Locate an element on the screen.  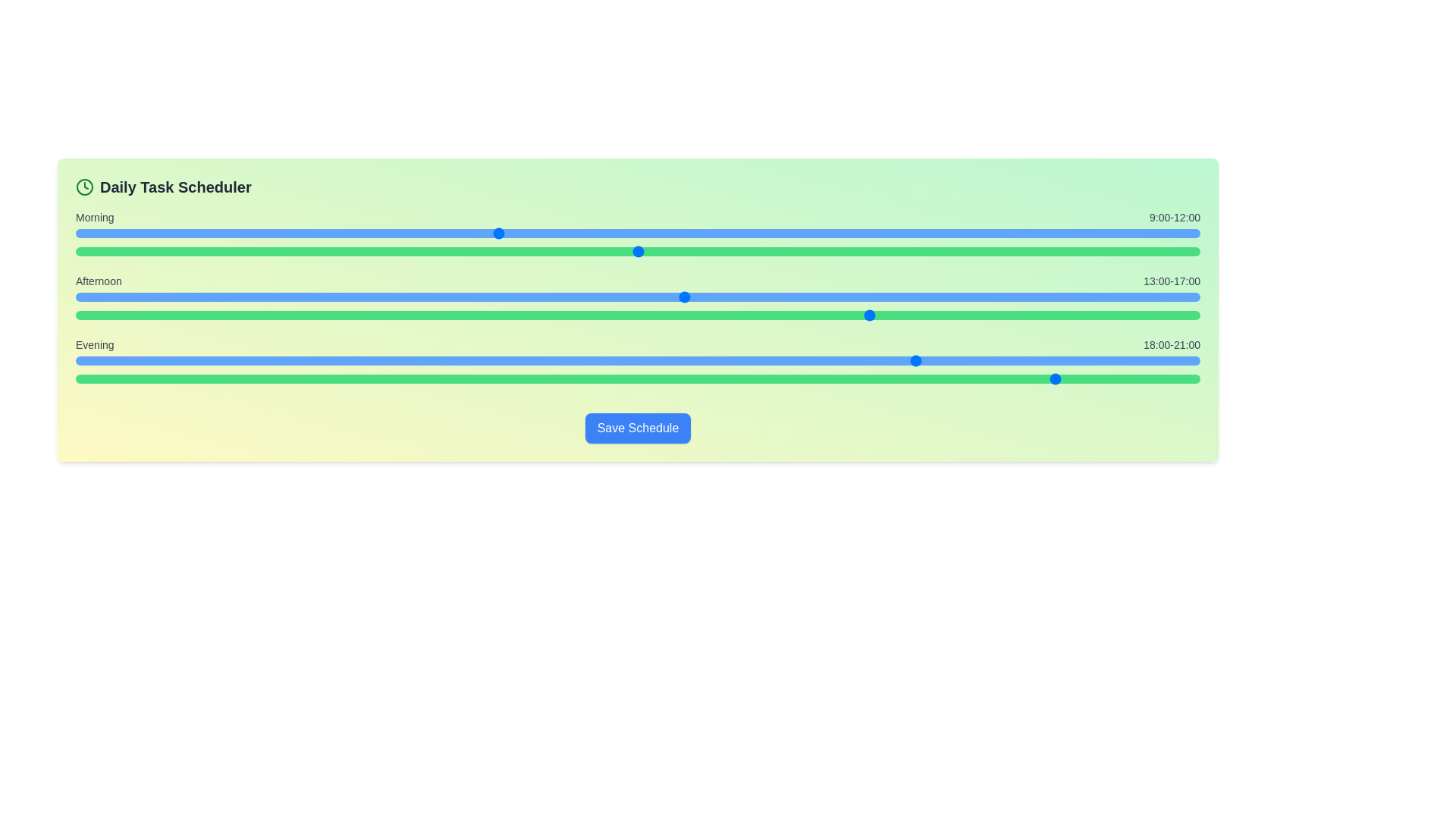
the start time for the Morning period to 6 hours is located at coordinates (356, 234).